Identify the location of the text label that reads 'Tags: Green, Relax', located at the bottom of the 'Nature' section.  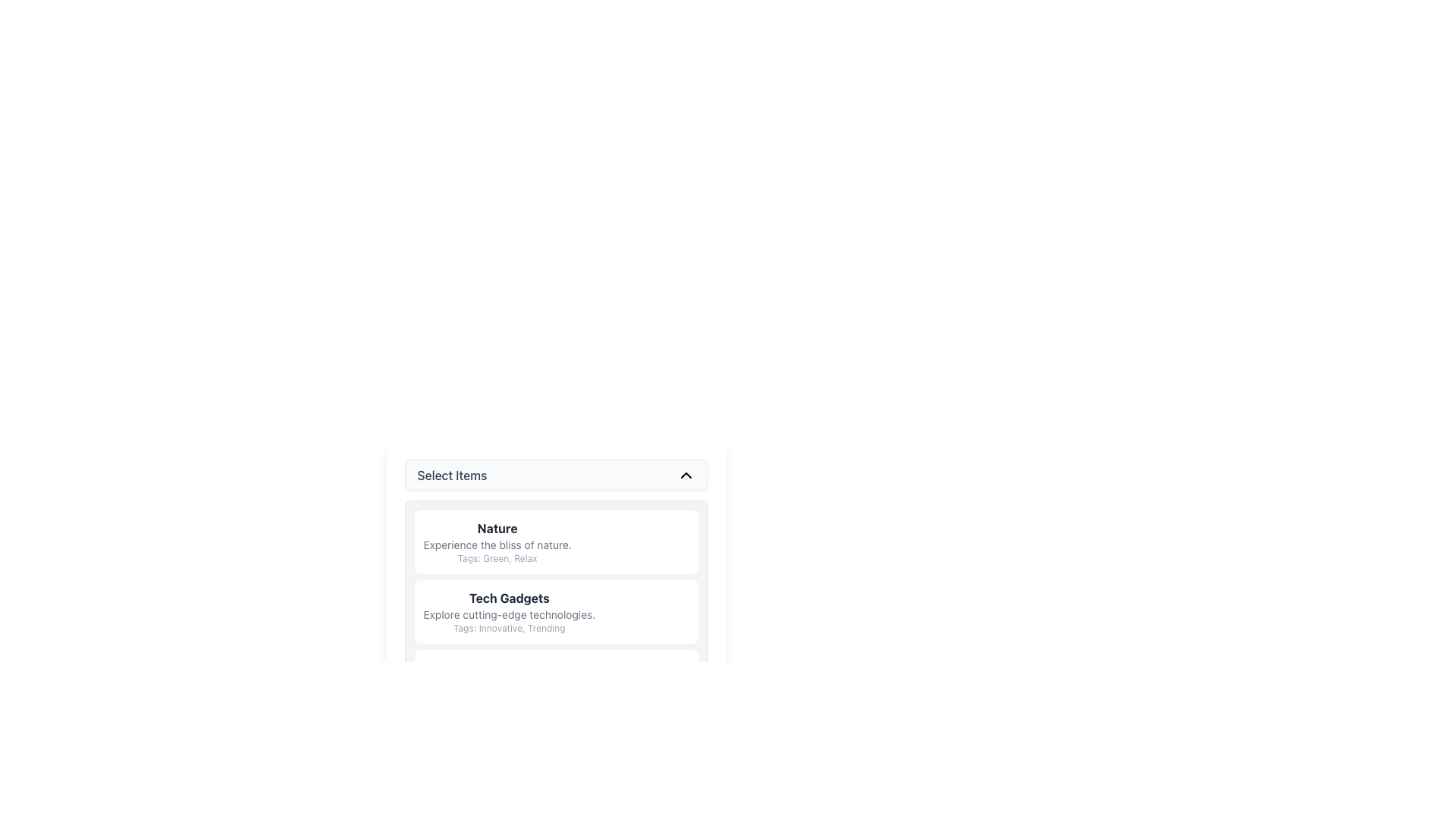
(497, 558).